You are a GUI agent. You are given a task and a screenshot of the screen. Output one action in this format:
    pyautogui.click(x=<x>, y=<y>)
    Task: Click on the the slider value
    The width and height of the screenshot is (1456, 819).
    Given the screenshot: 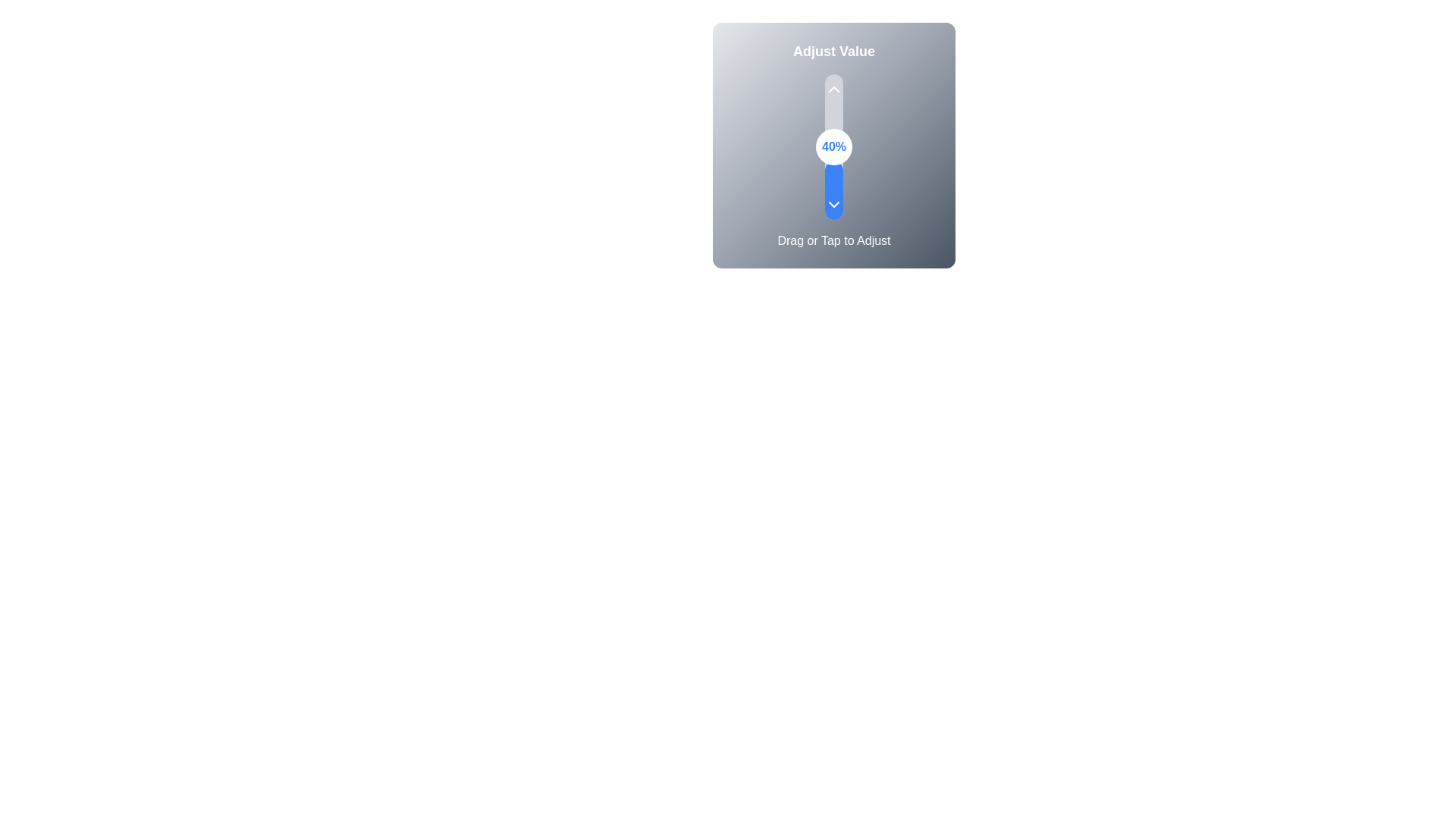 What is the action you would take?
    pyautogui.click(x=833, y=193)
    